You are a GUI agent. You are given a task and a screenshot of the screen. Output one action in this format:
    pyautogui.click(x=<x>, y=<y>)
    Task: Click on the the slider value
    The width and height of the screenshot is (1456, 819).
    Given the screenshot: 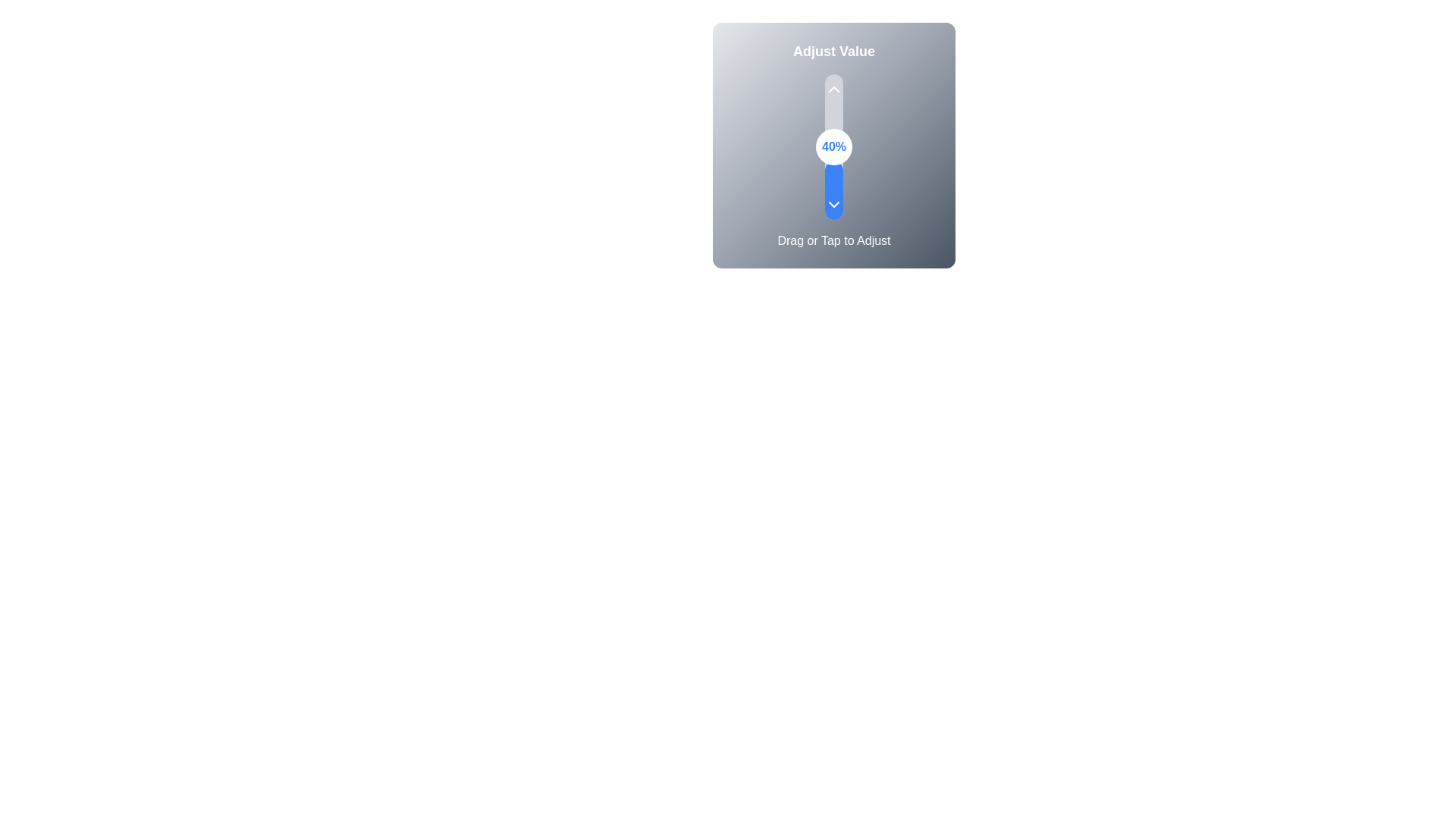 What is the action you would take?
    pyautogui.click(x=833, y=193)
    